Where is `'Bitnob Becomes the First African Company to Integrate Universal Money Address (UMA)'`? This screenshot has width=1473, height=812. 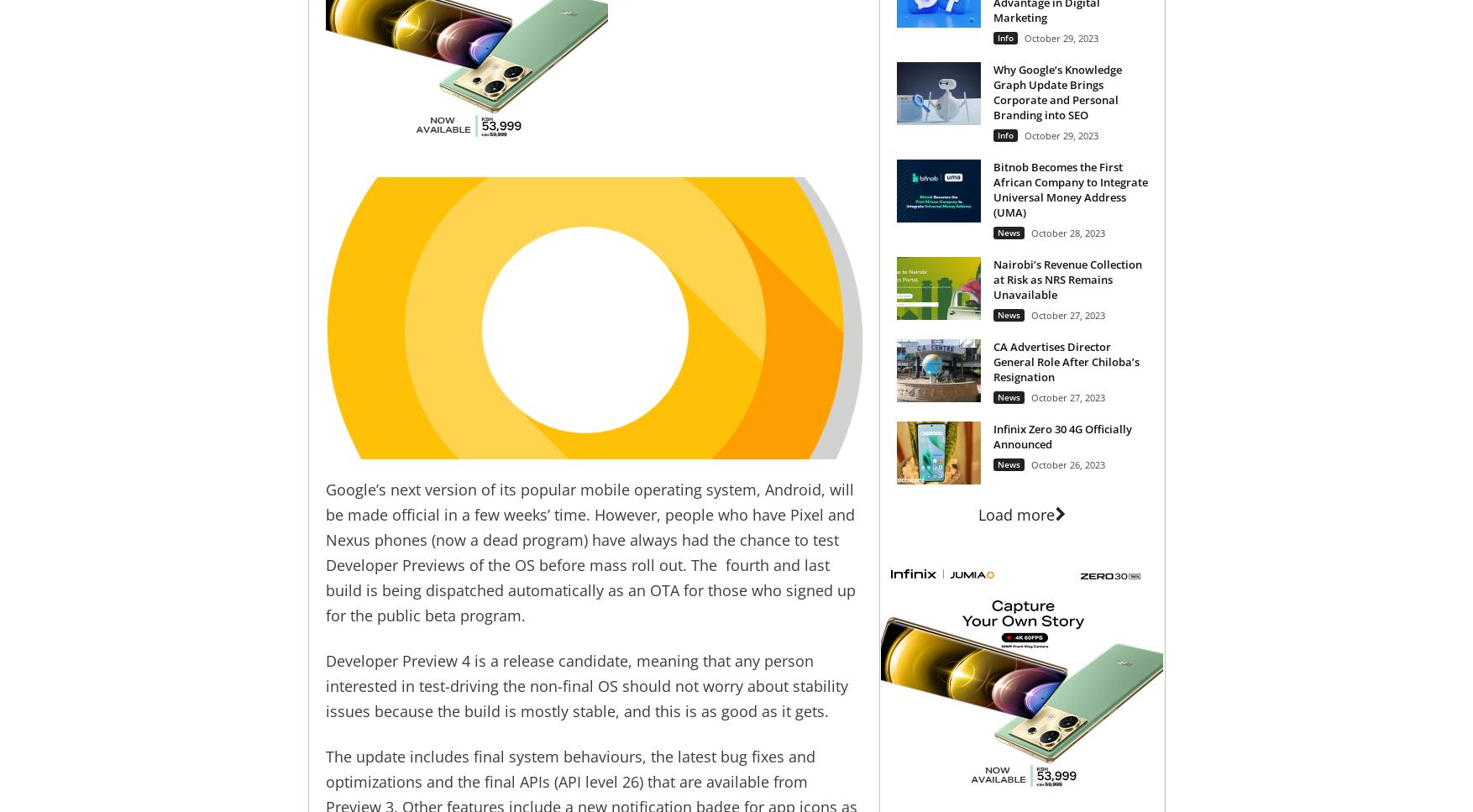 'Bitnob Becomes the First African Company to Integrate Universal Money Address (UMA)' is located at coordinates (1069, 189).